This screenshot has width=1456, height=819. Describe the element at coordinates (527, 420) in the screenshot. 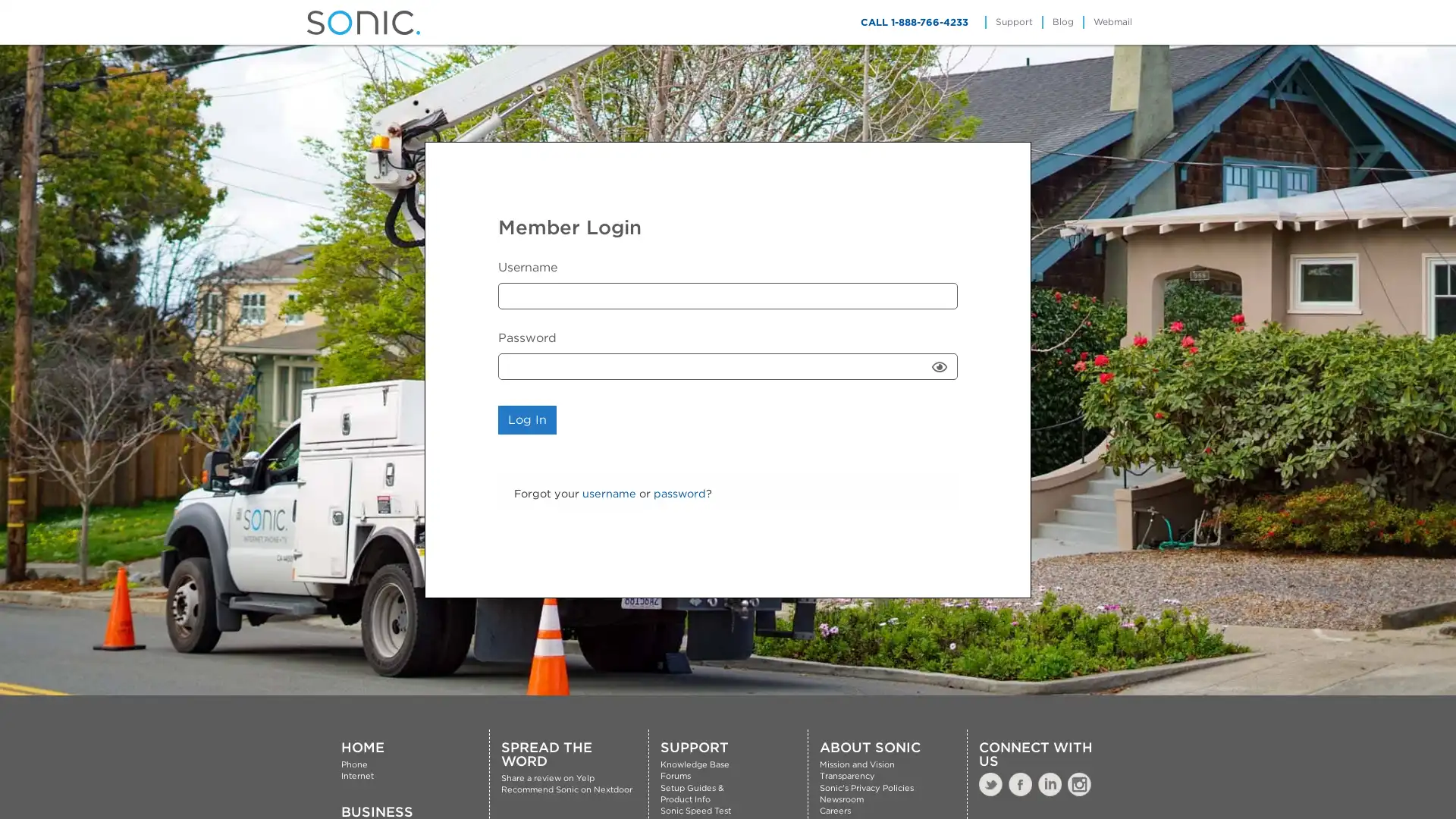

I see `Log In` at that location.